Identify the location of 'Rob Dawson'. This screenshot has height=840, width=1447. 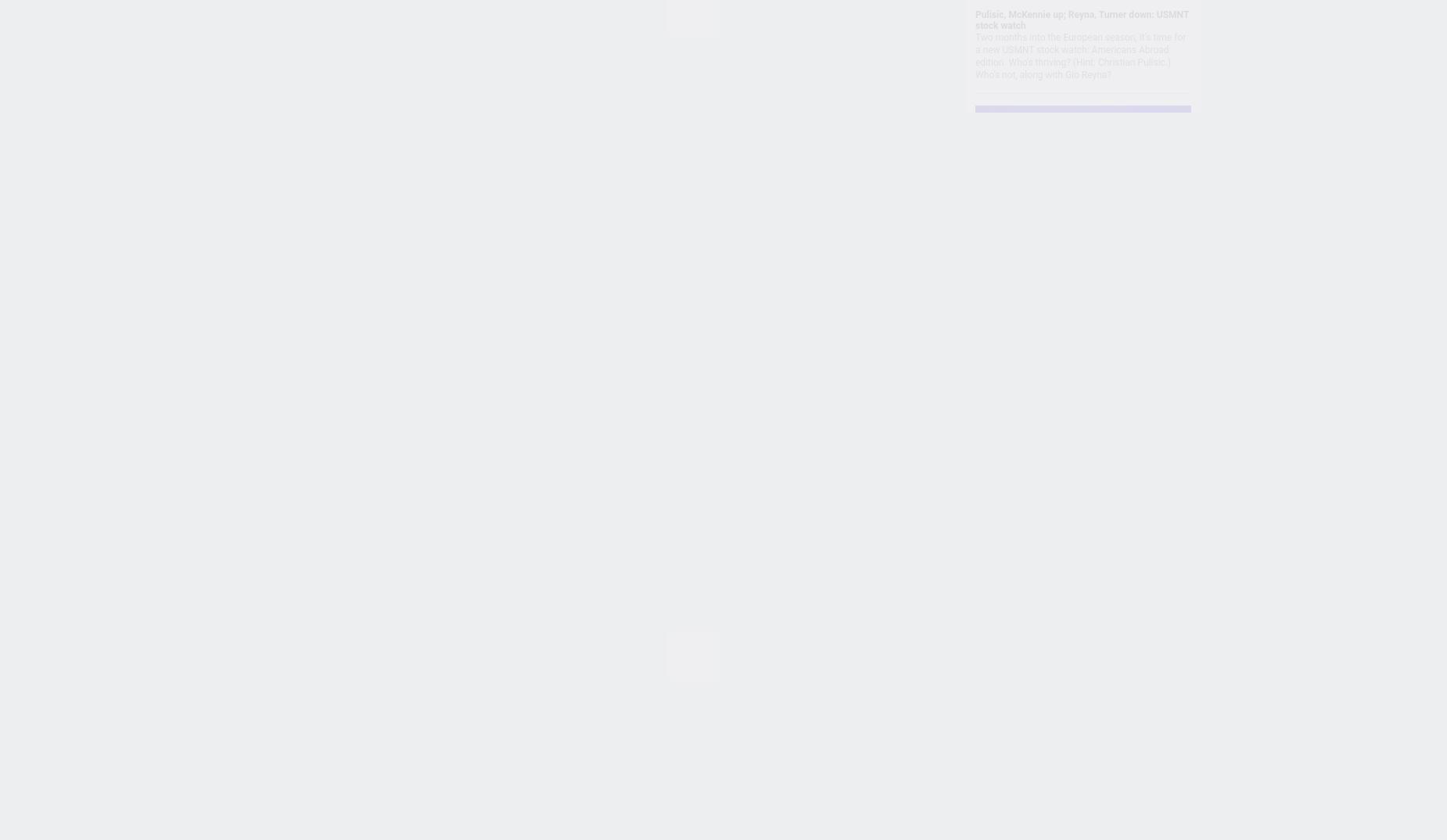
(497, 490).